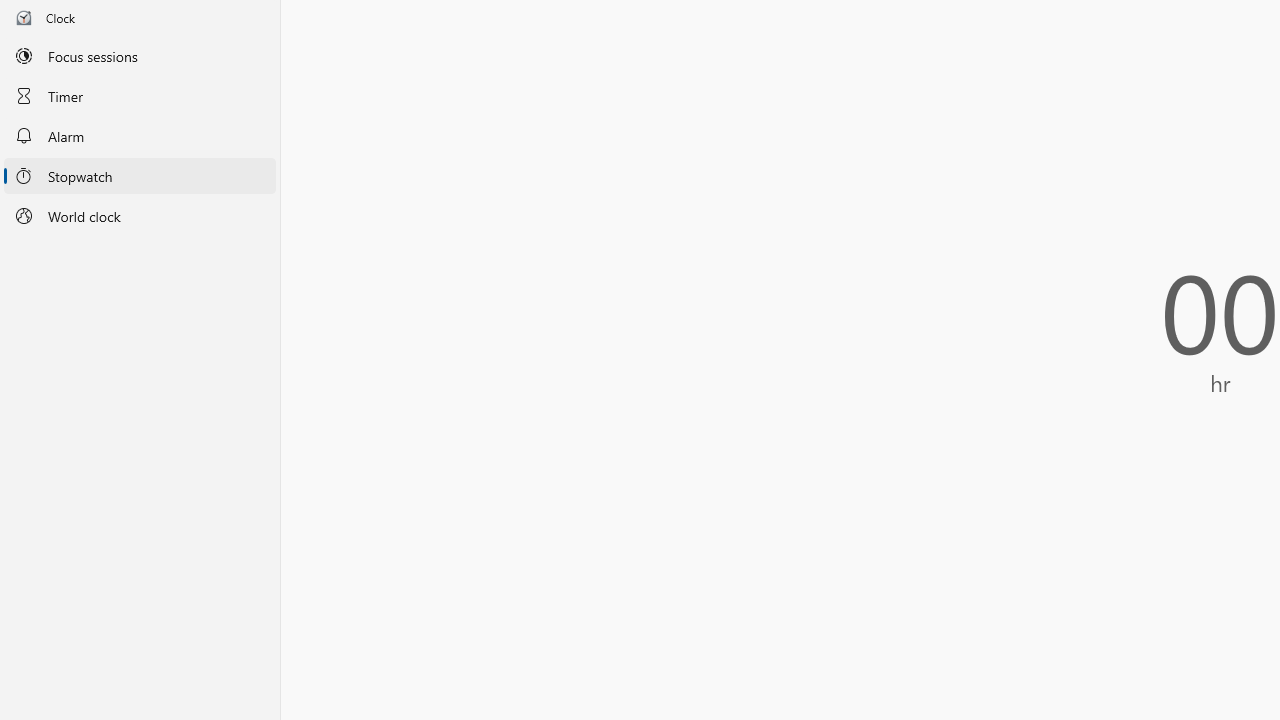 The image size is (1280, 720). What do you see at coordinates (139, 174) in the screenshot?
I see `'Stopwatch'` at bounding box center [139, 174].